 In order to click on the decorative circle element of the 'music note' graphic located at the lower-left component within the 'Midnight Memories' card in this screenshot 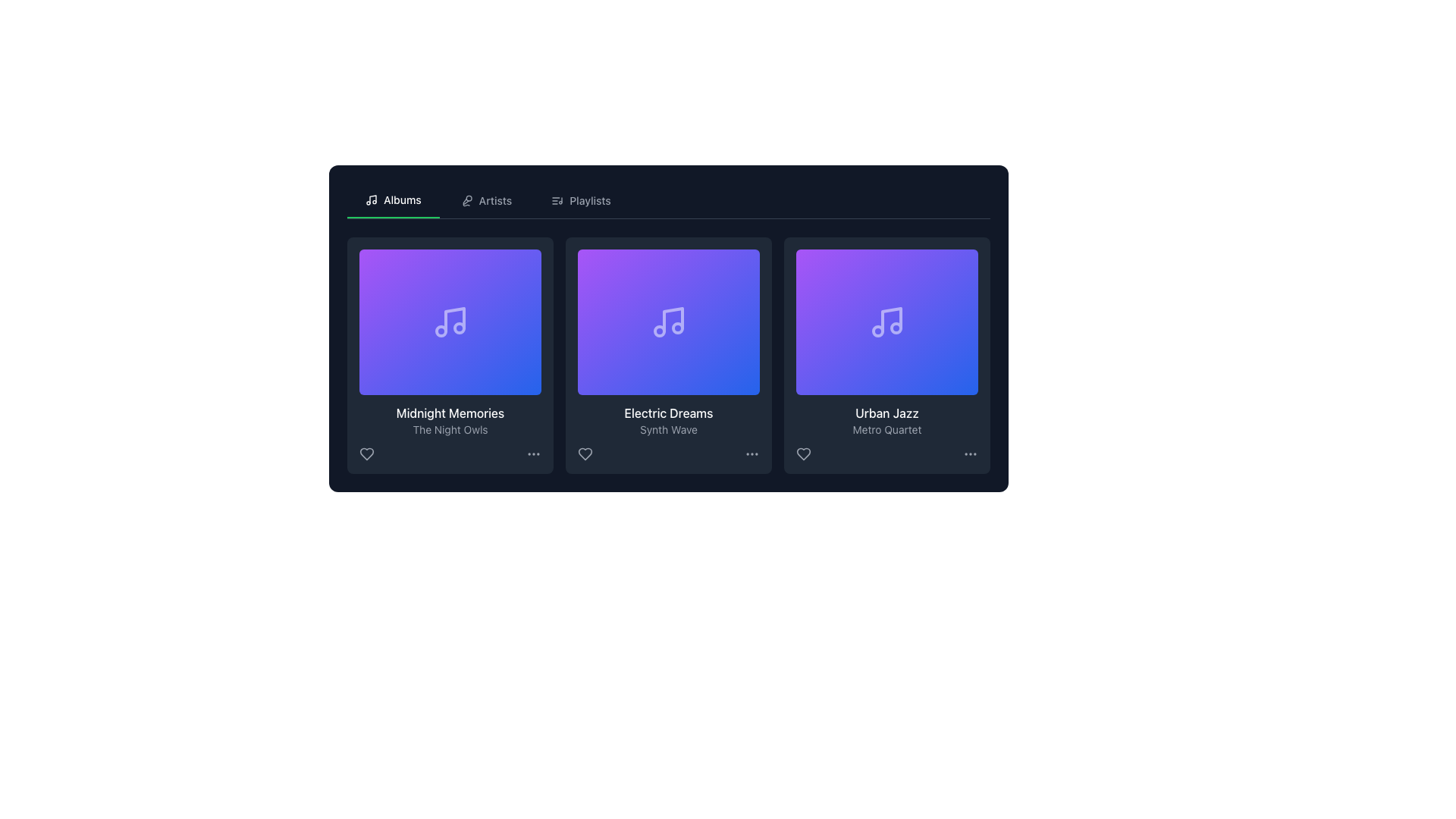, I will do `click(440, 330)`.